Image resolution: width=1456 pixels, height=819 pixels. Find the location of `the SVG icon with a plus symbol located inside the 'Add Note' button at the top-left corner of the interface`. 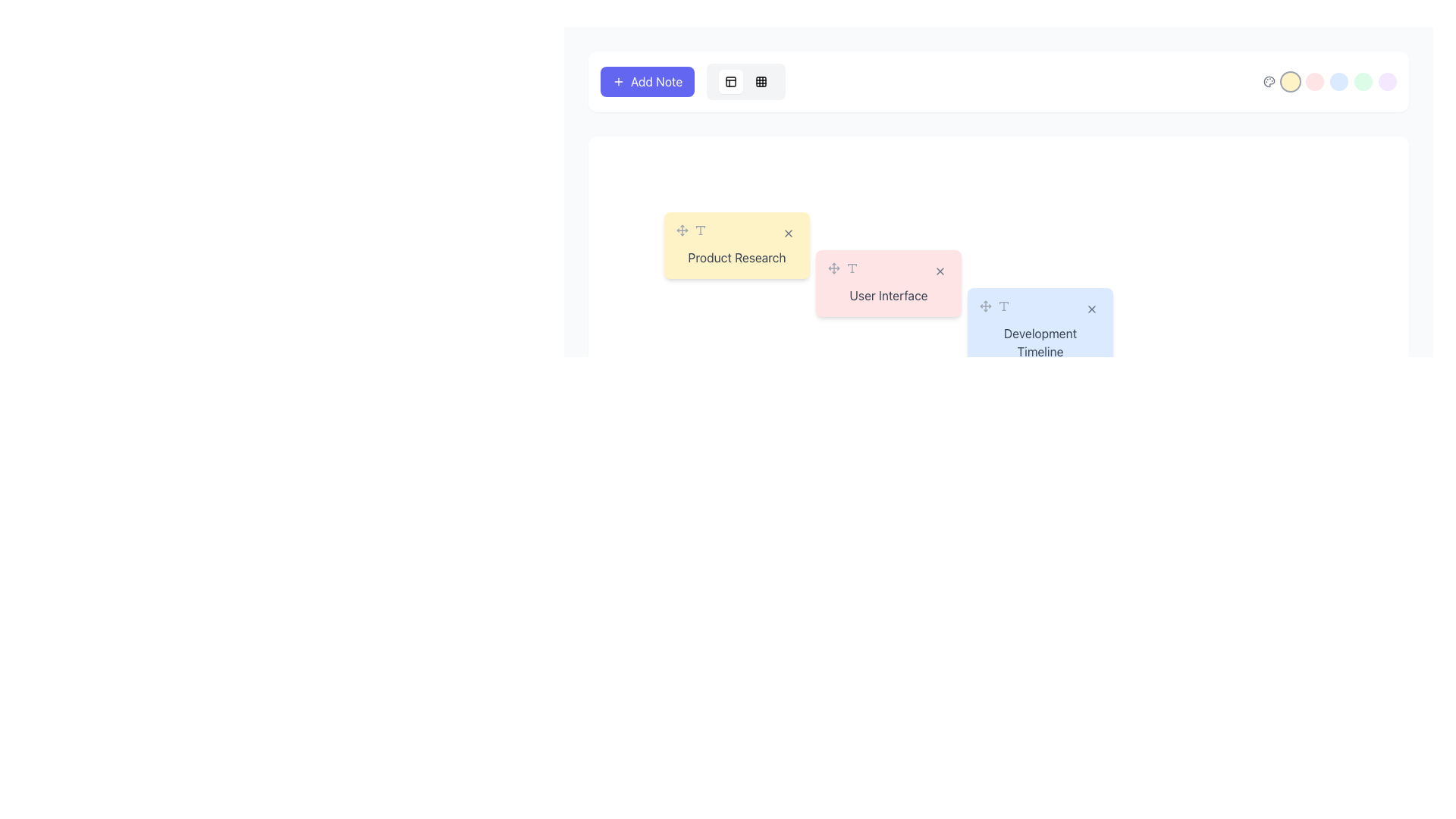

the SVG icon with a plus symbol located inside the 'Add Note' button at the top-left corner of the interface is located at coordinates (619, 82).